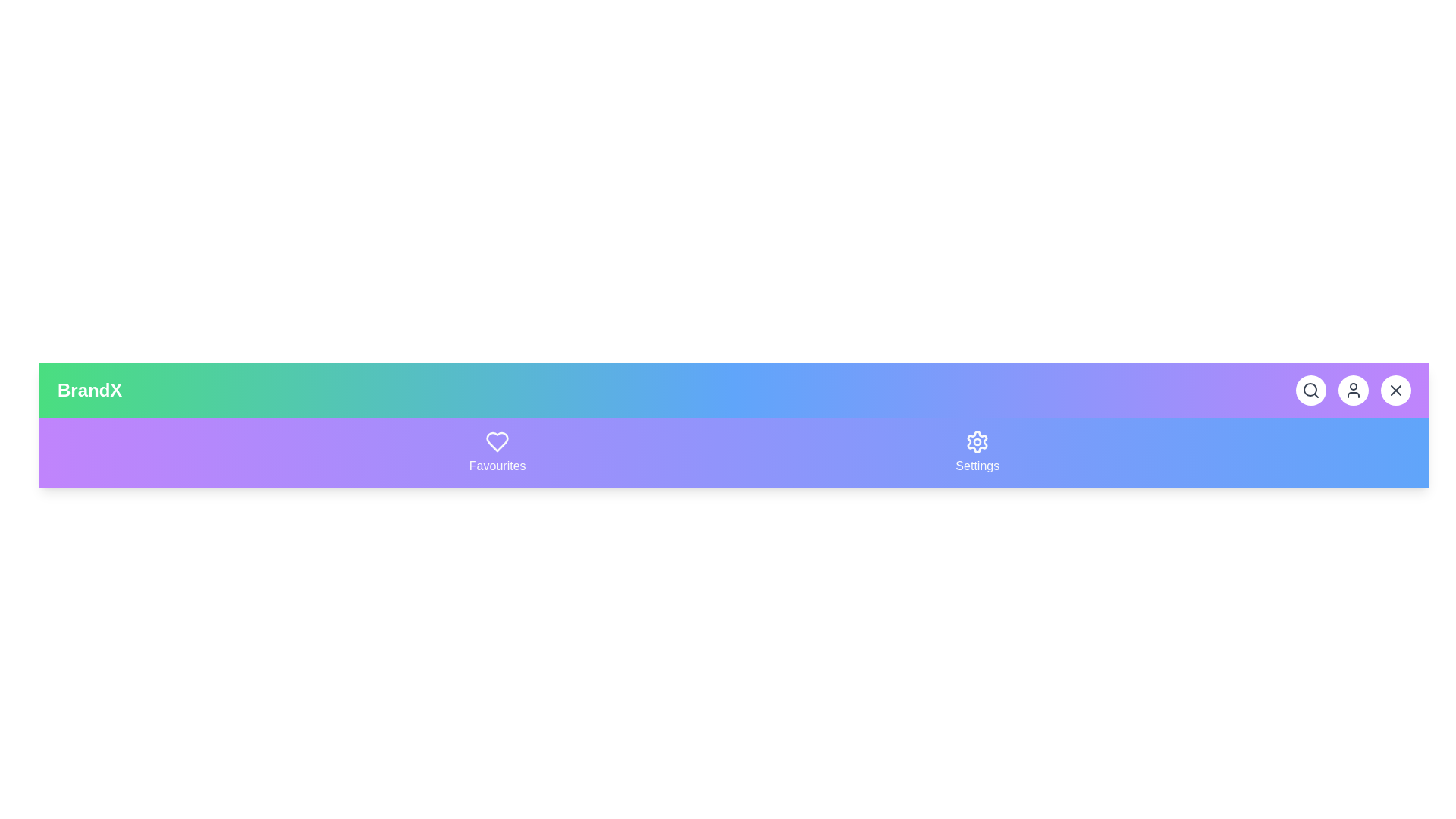  I want to click on the user profile button in the app bar, so click(1354, 390).